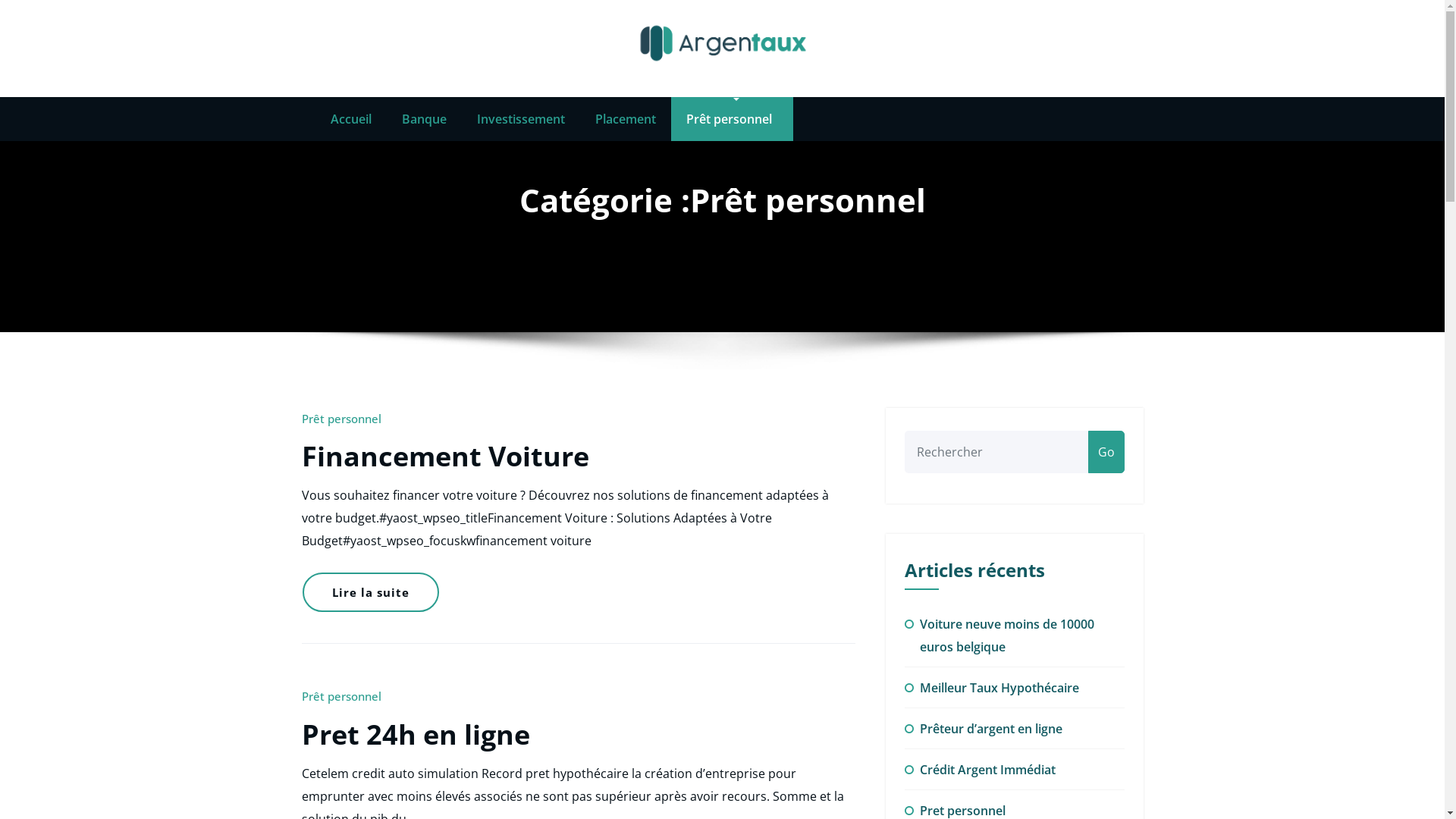  I want to click on 'Lire la suite', so click(370, 591).